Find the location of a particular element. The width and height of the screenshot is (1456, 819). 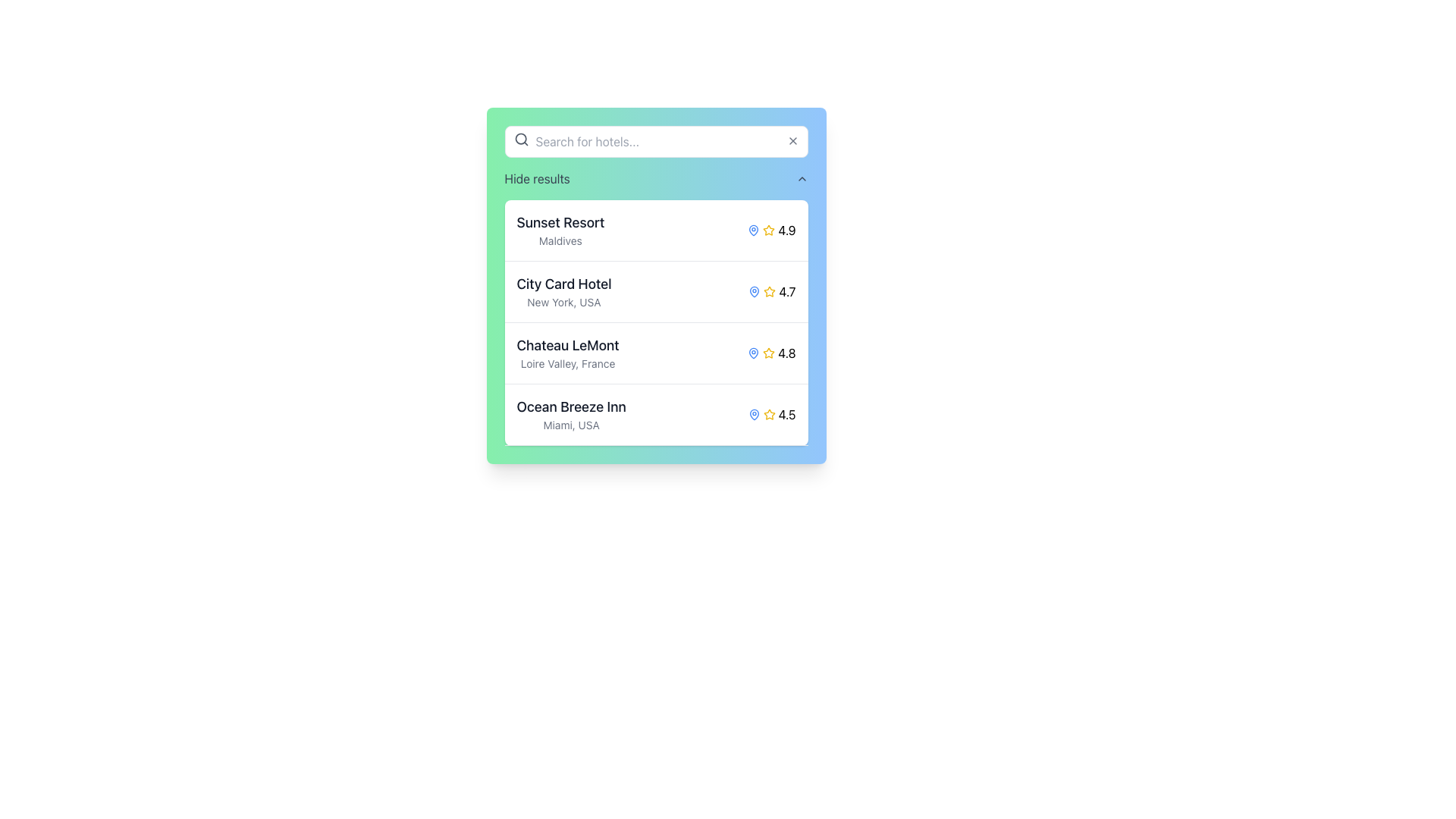

the static text label that indicates the geographical location associated with the 'City Card Hotel' entry, positioned directly below the 'City Card Hotel' text in the second row of hotel cards is located at coordinates (563, 302).